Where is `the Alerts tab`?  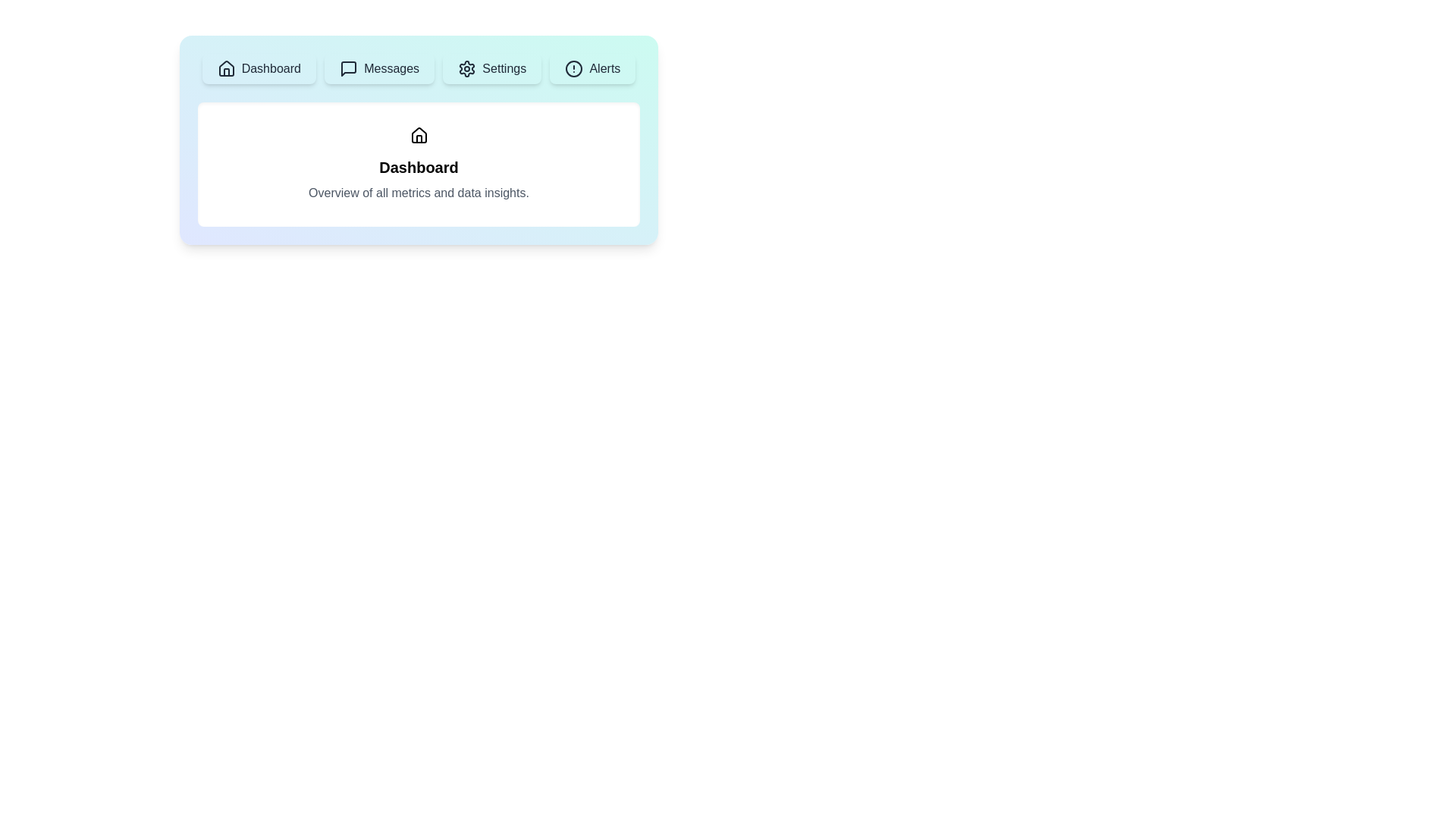
the Alerts tab is located at coordinates (591, 69).